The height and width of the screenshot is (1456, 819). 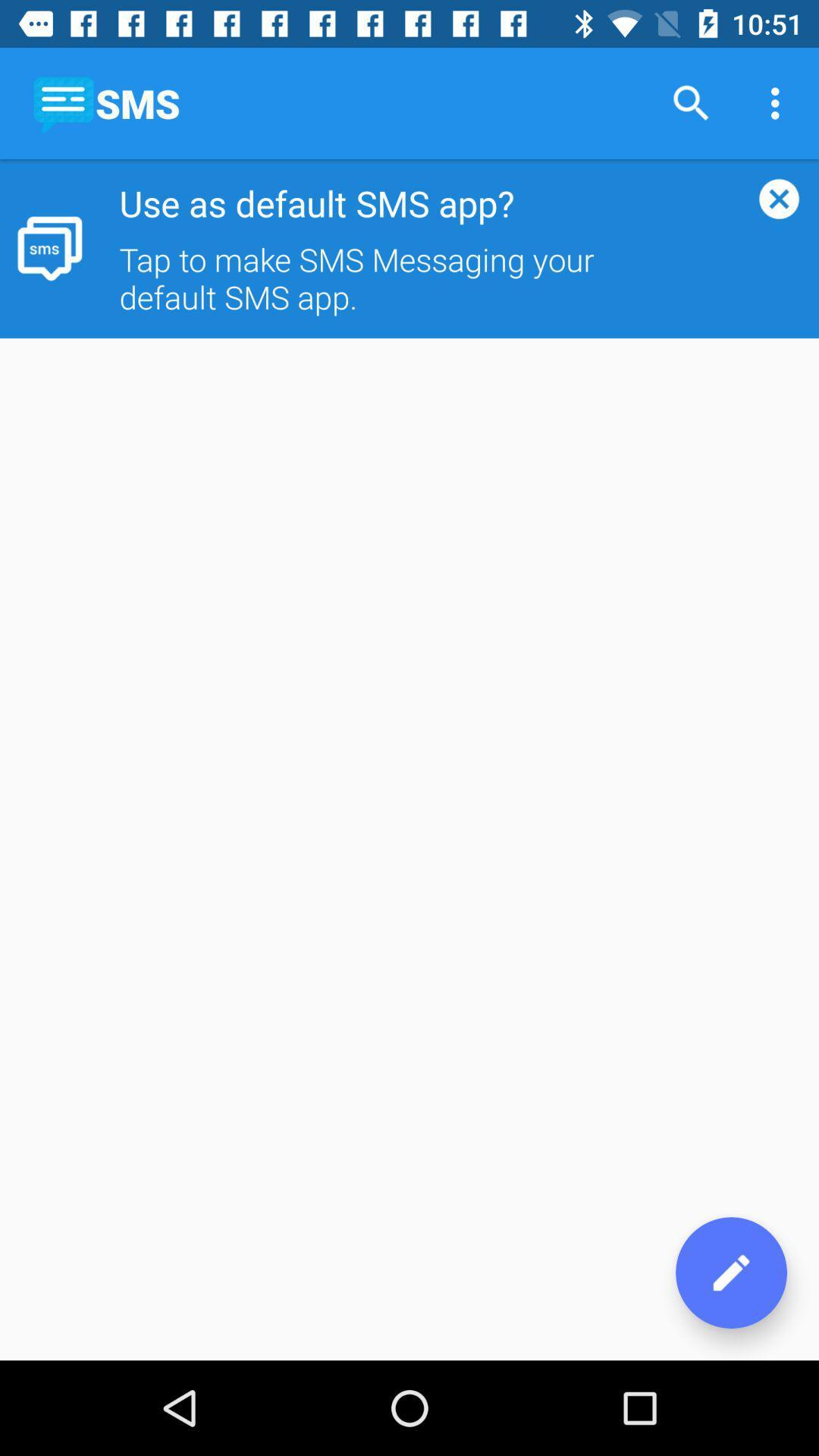 I want to click on the app to the right of sms app, so click(x=691, y=102).